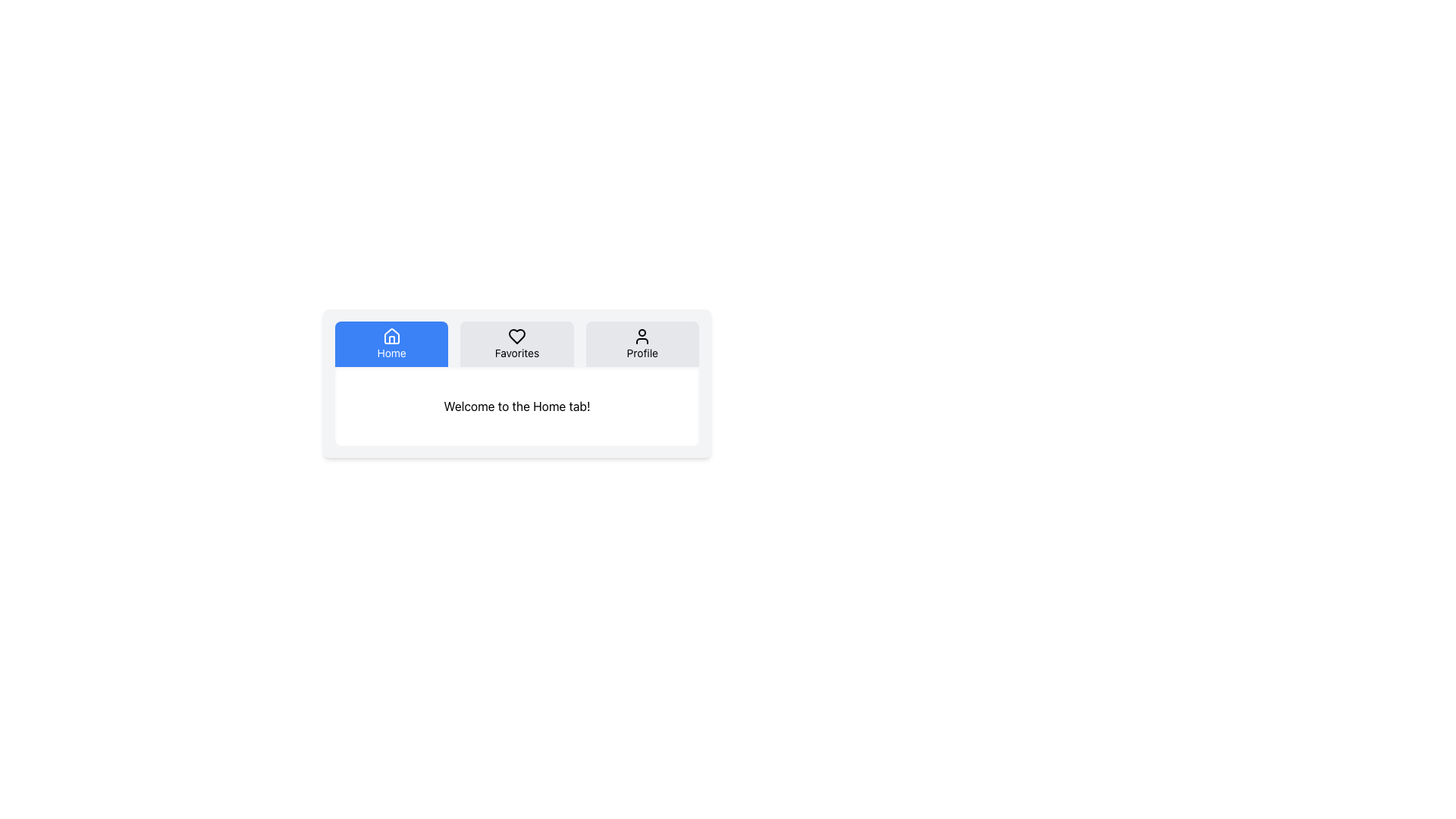 This screenshot has width=1456, height=819. What do you see at coordinates (642, 353) in the screenshot?
I see `the 'Profile' tab text label, which is located at the bottom of the third tab from the left in the tab bar, providing a visual aid for its function` at bounding box center [642, 353].